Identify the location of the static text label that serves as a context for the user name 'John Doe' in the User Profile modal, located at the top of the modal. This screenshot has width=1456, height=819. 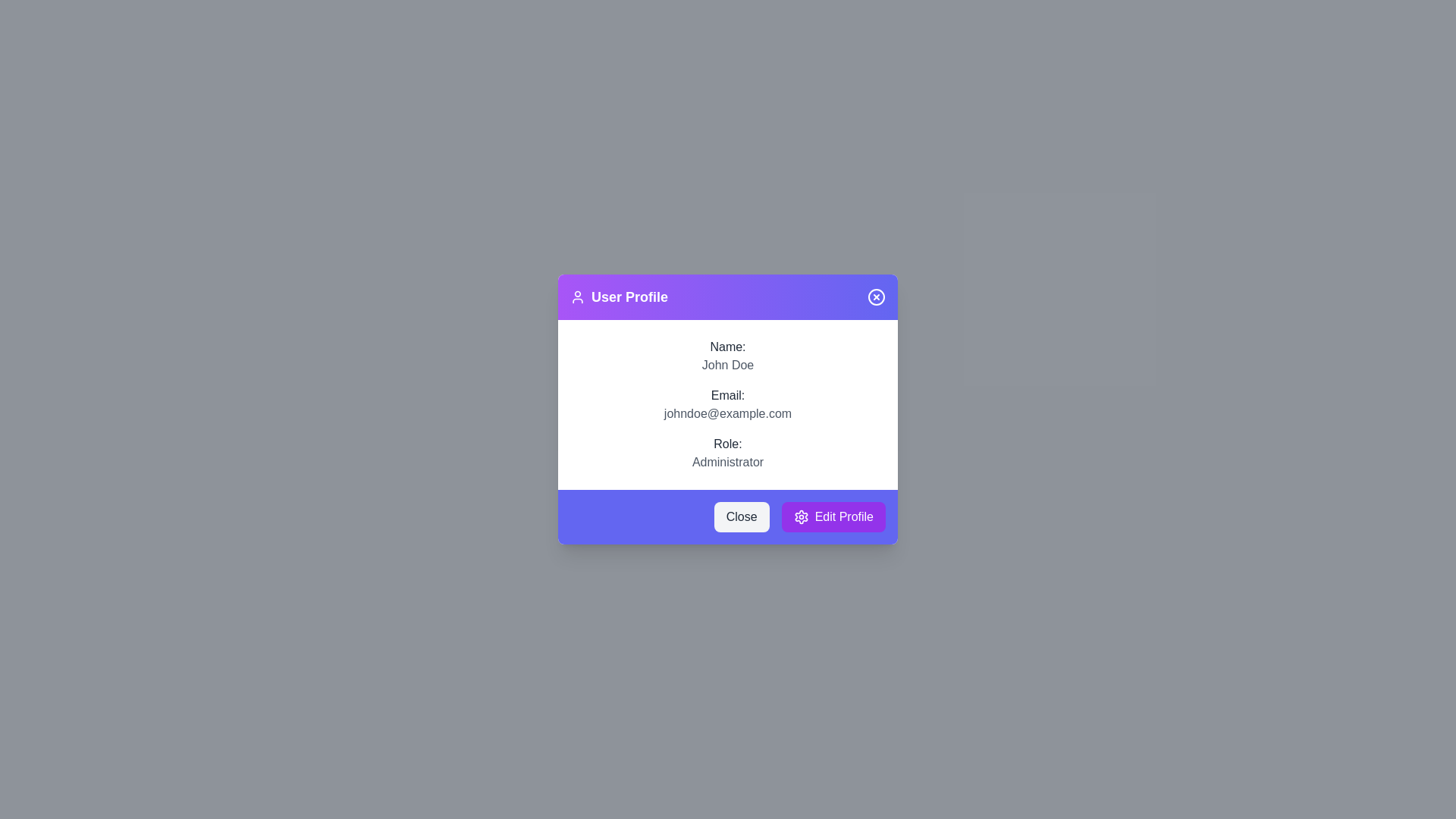
(728, 347).